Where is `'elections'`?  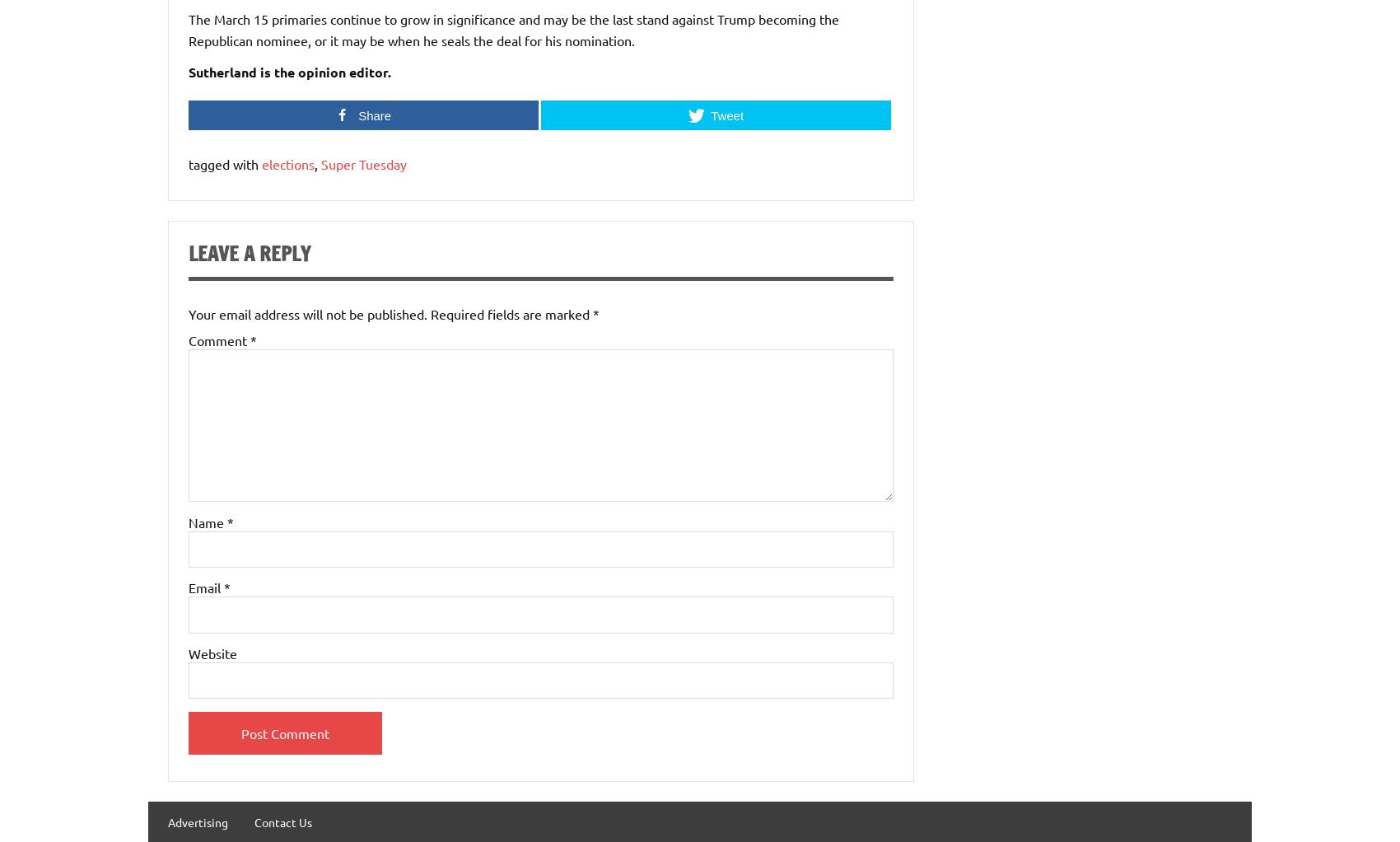
'elections' is located at coordinates (287, 163).